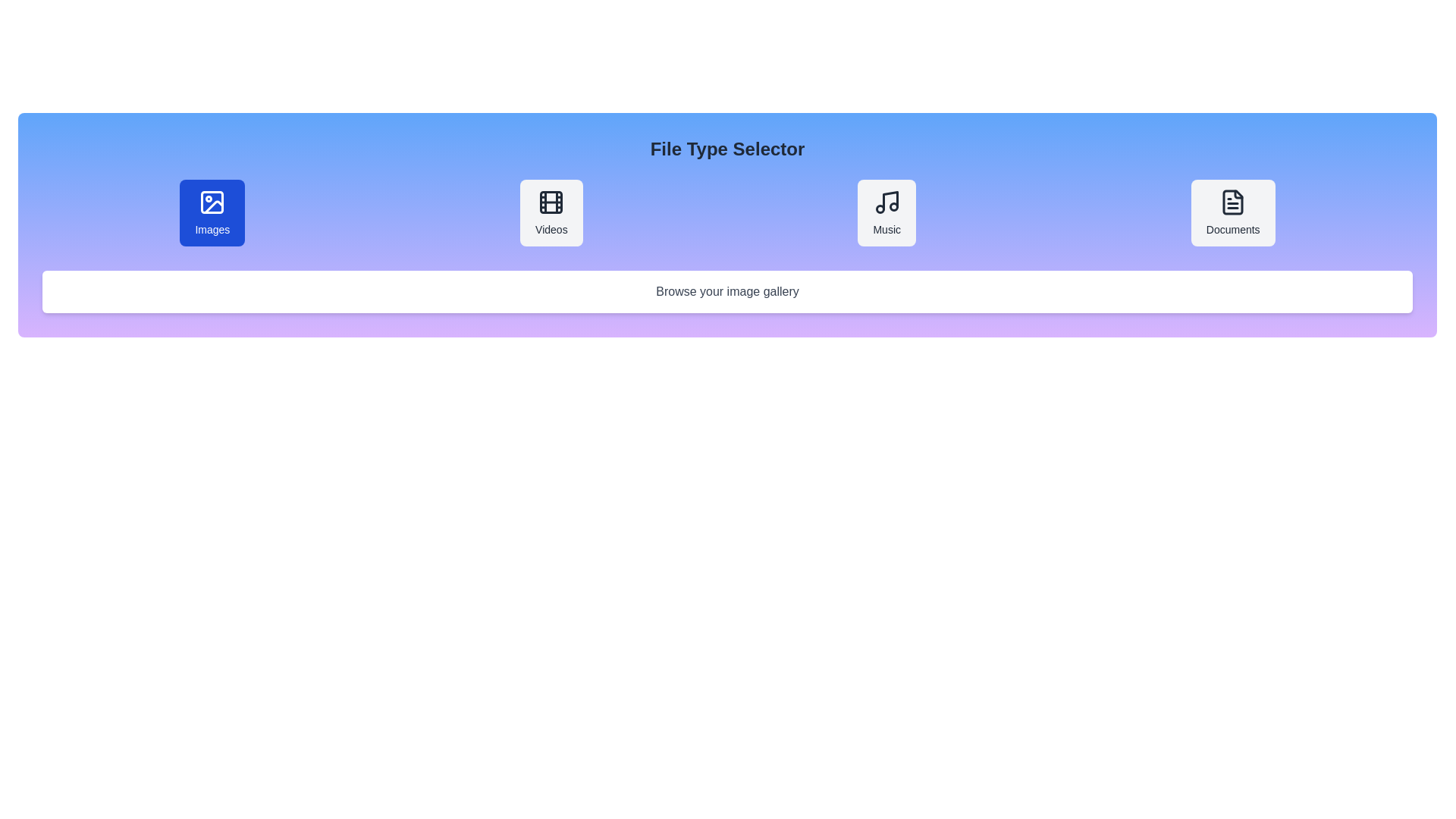 The image size is (1456, 819). What do you see at coordinates (550, 213) in the screenshot?
I see `the file type Videos to display its description` at bounding box center [550, 213].